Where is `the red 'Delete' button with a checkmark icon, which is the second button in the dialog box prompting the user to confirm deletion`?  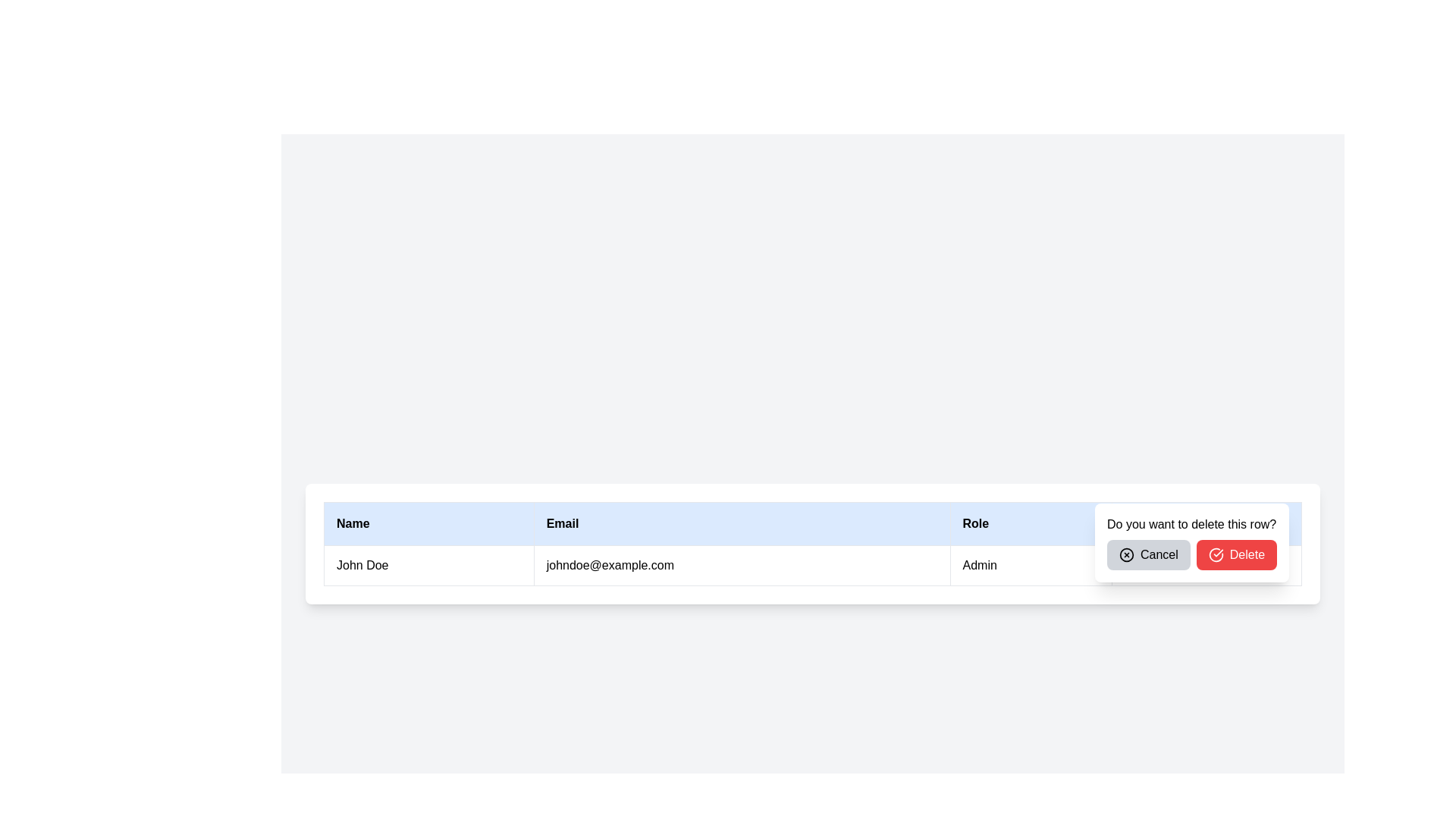
the red 'Delete' button with a checkmark icon, which is the second button in the dialog box prompting the user to confirm deletion is located at coordinates (1206, 565).